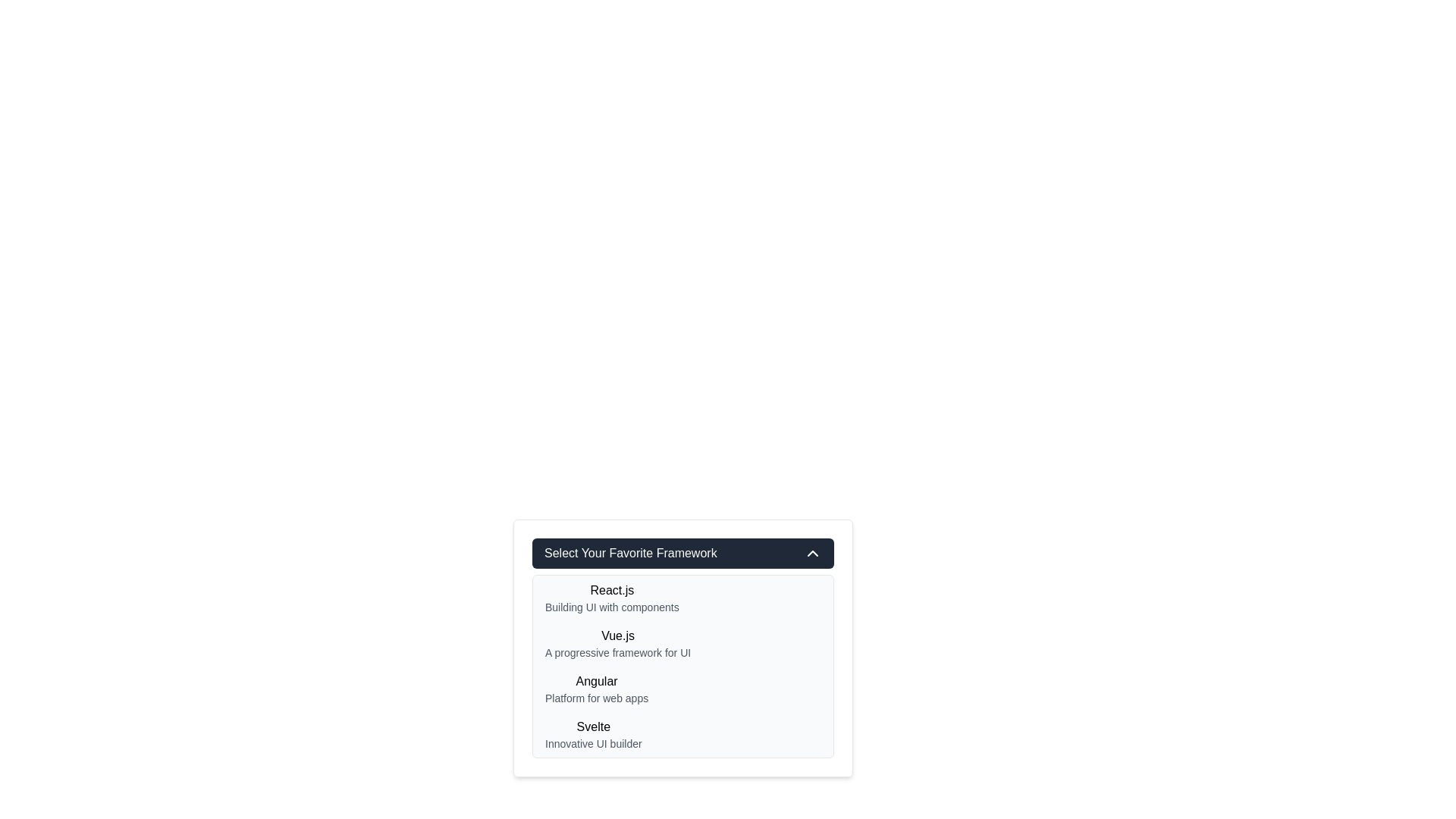 The image size is (1456, 819). I want to click on the list item for selecting the Vue.js framework located in the second row of the dropdown menu below 'Select Your Favorite Framework', directly below 'React.js', so click(618, 643).